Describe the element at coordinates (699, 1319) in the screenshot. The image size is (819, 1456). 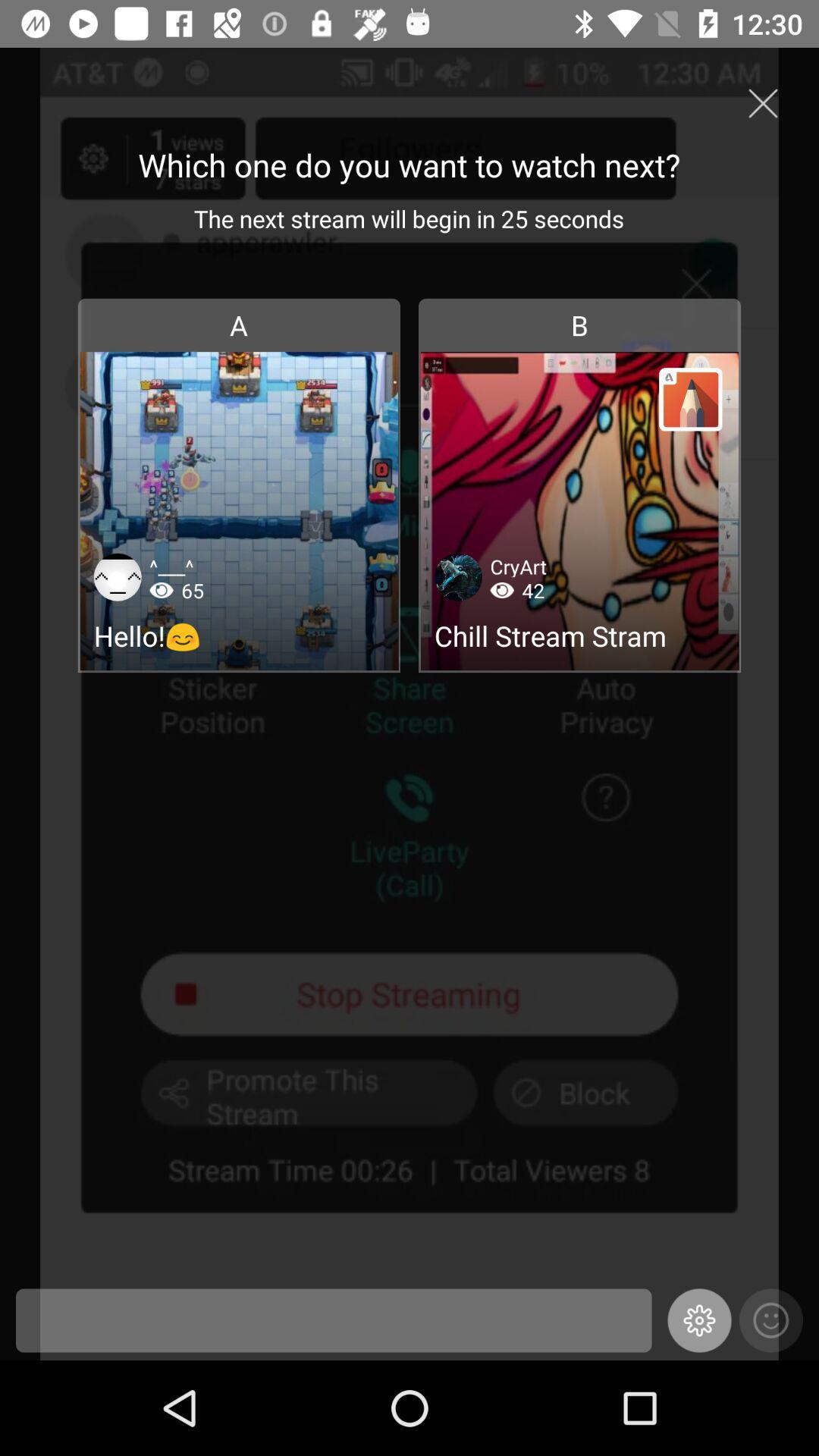
I see `the settings icon` at that location.